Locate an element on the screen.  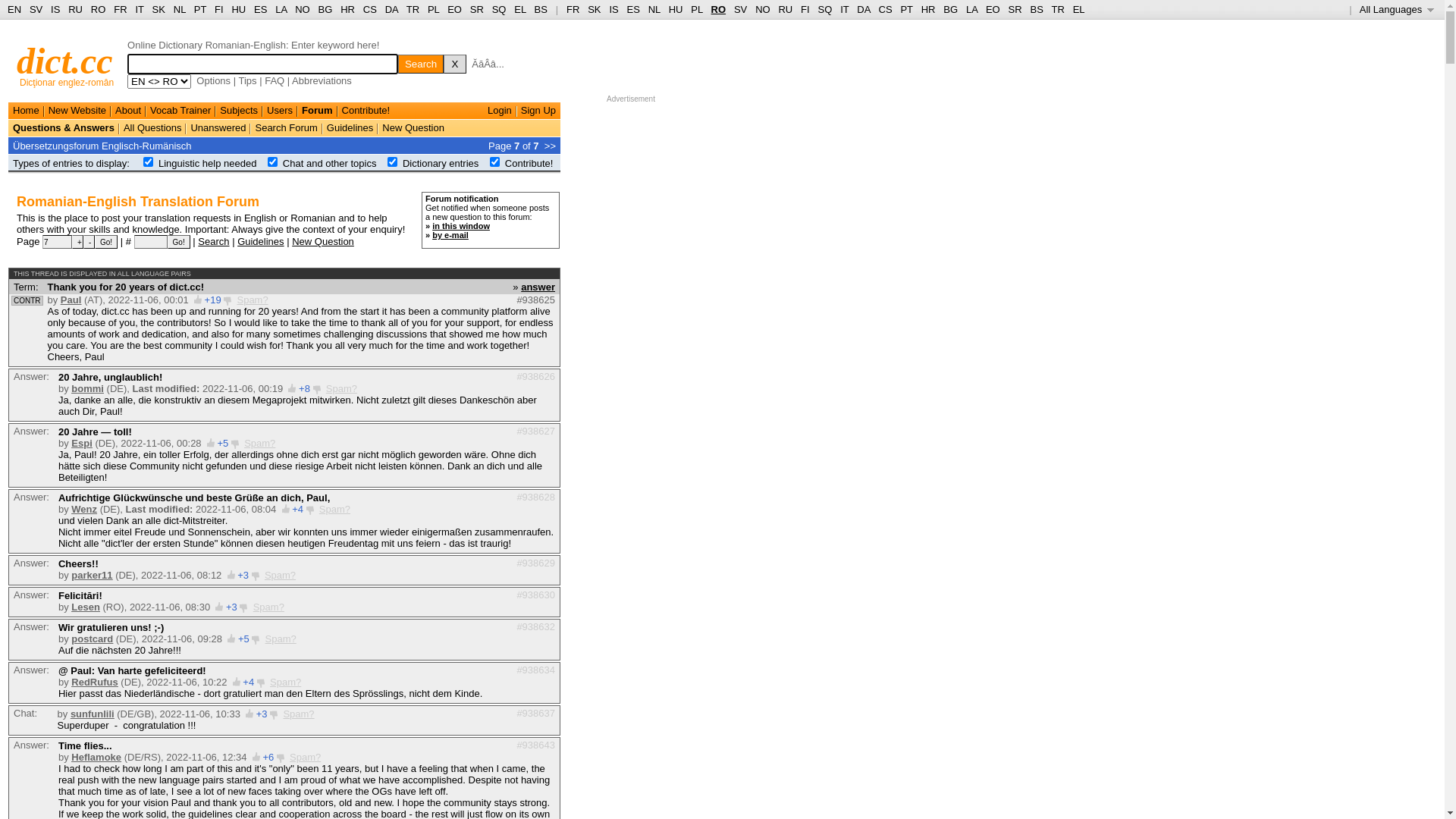
'+4' is located at coordinates (248, 681).